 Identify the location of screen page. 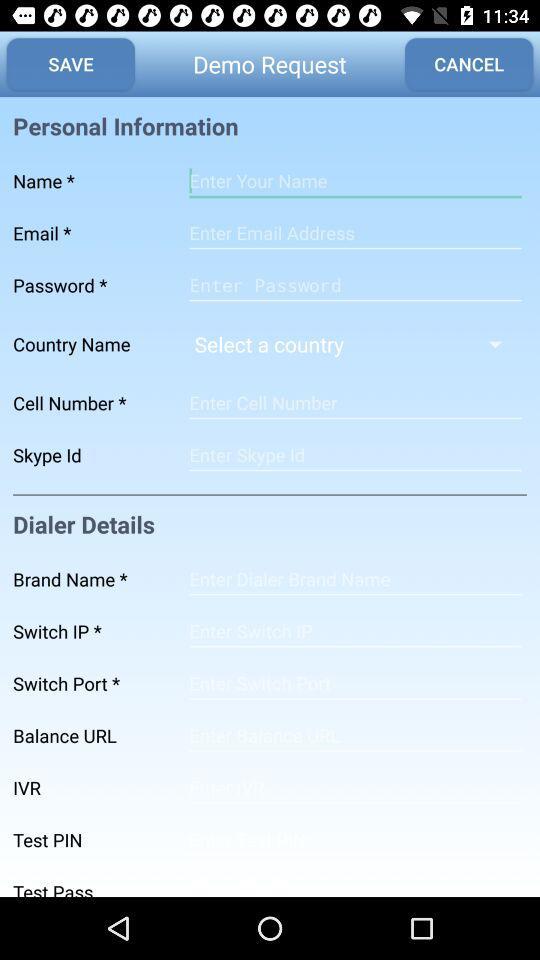
(354, 455).